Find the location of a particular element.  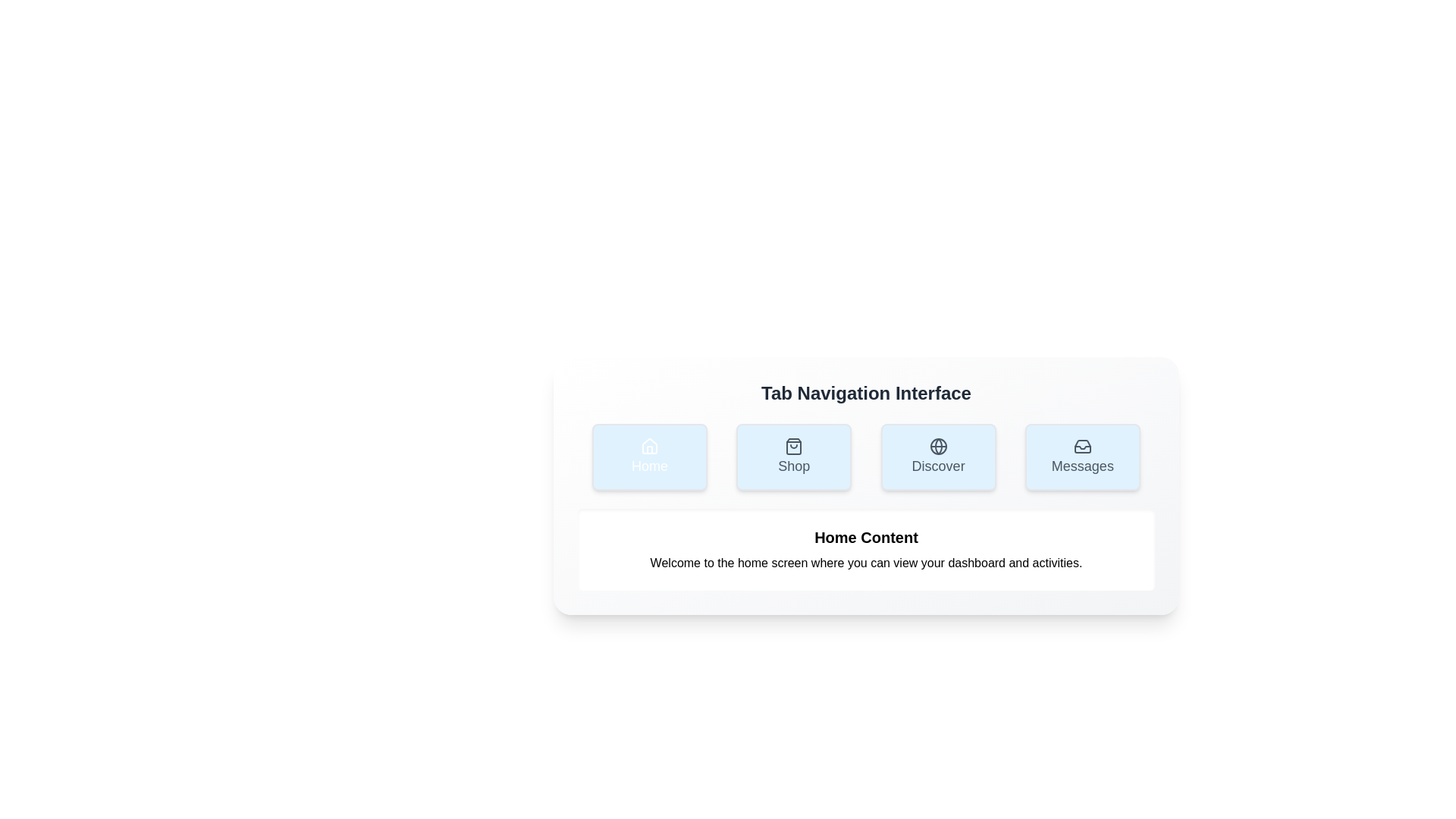

the 'Home Content' text display section, which includes the header 'Home Content' and a descriptive paragraph below it is located at coordinates (866, 550).